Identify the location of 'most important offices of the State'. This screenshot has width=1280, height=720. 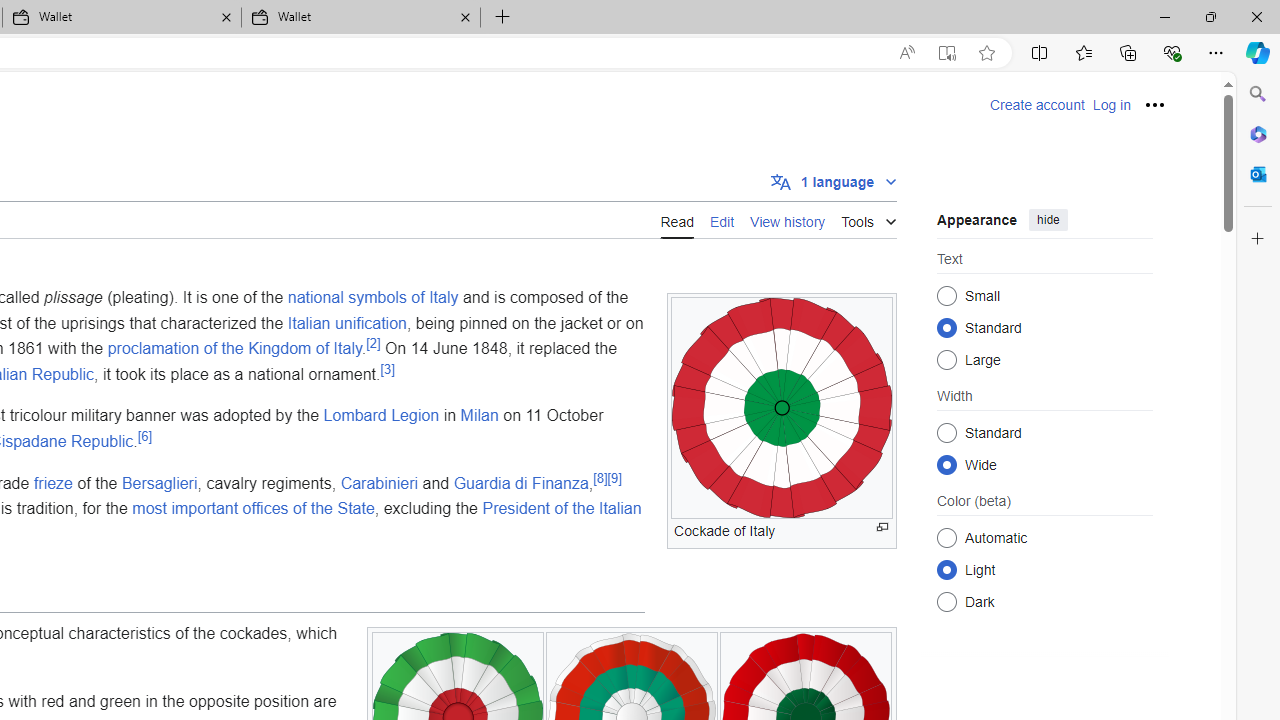
(252, 507).